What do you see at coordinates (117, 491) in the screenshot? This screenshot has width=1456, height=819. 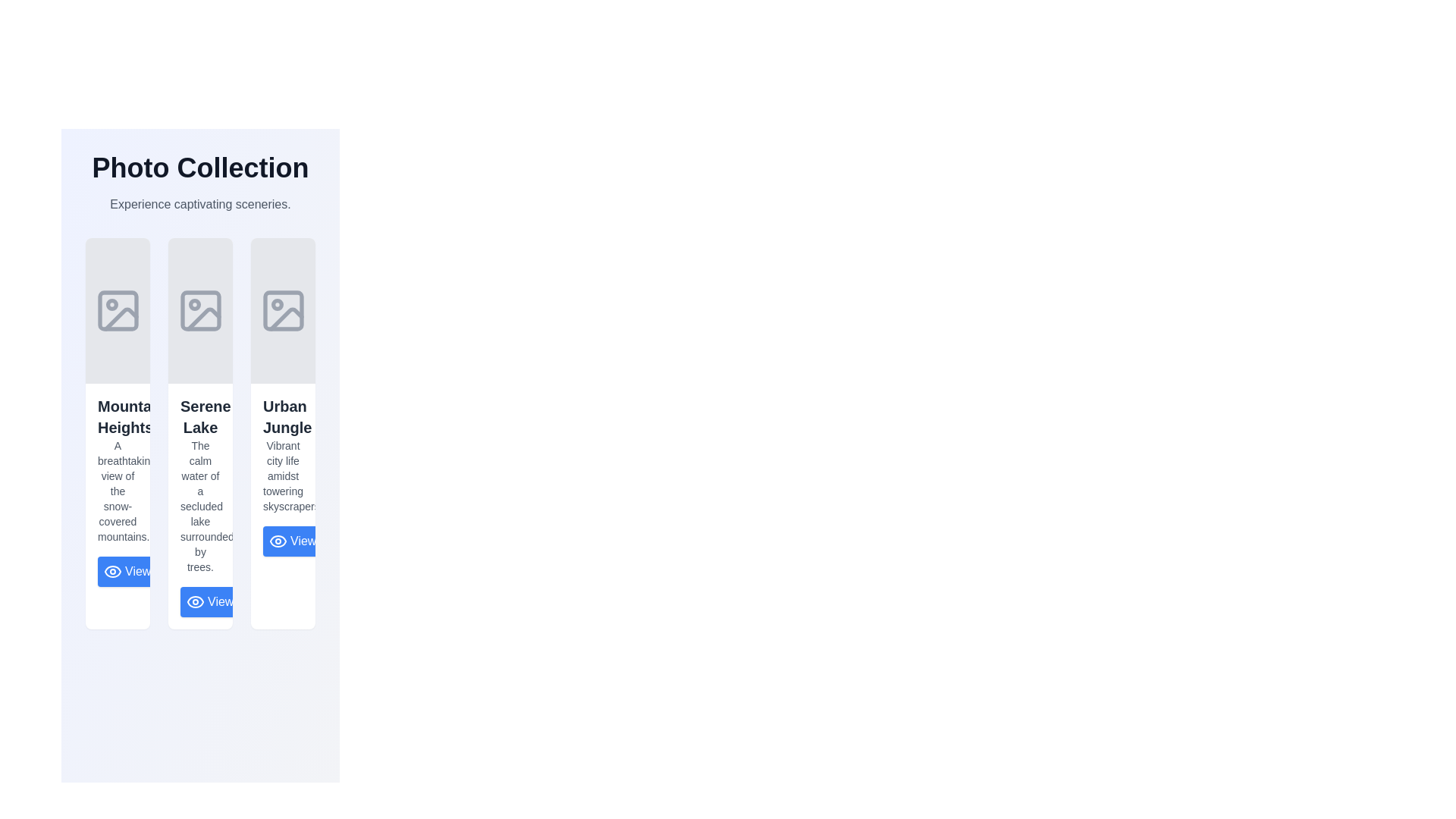 I see `the text section that presents a heading and description of a scenic photo, located` at bounding box center [117, 491].